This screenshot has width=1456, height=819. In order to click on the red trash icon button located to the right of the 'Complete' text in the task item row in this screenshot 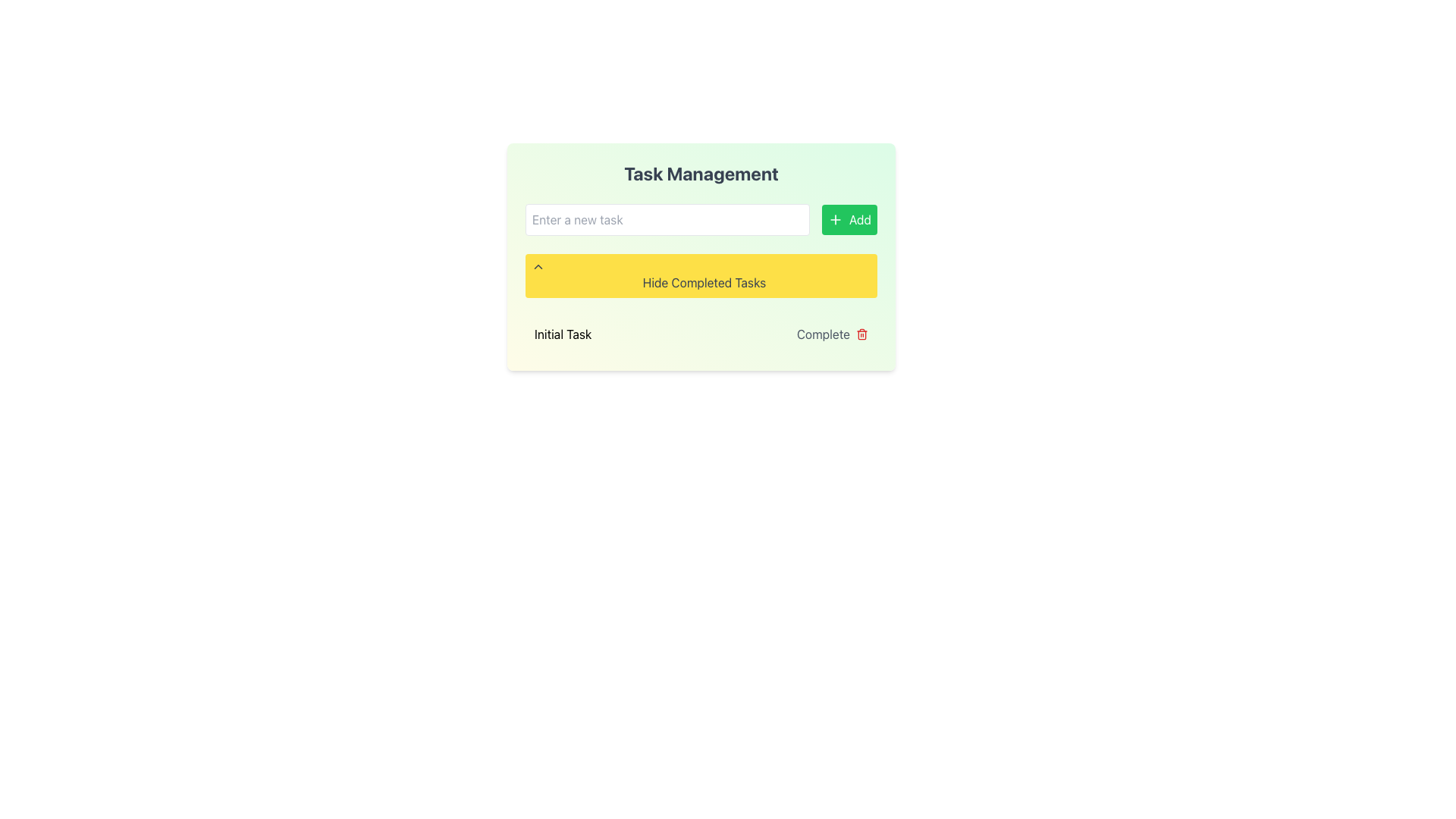, I will do `click(862, 333)`.